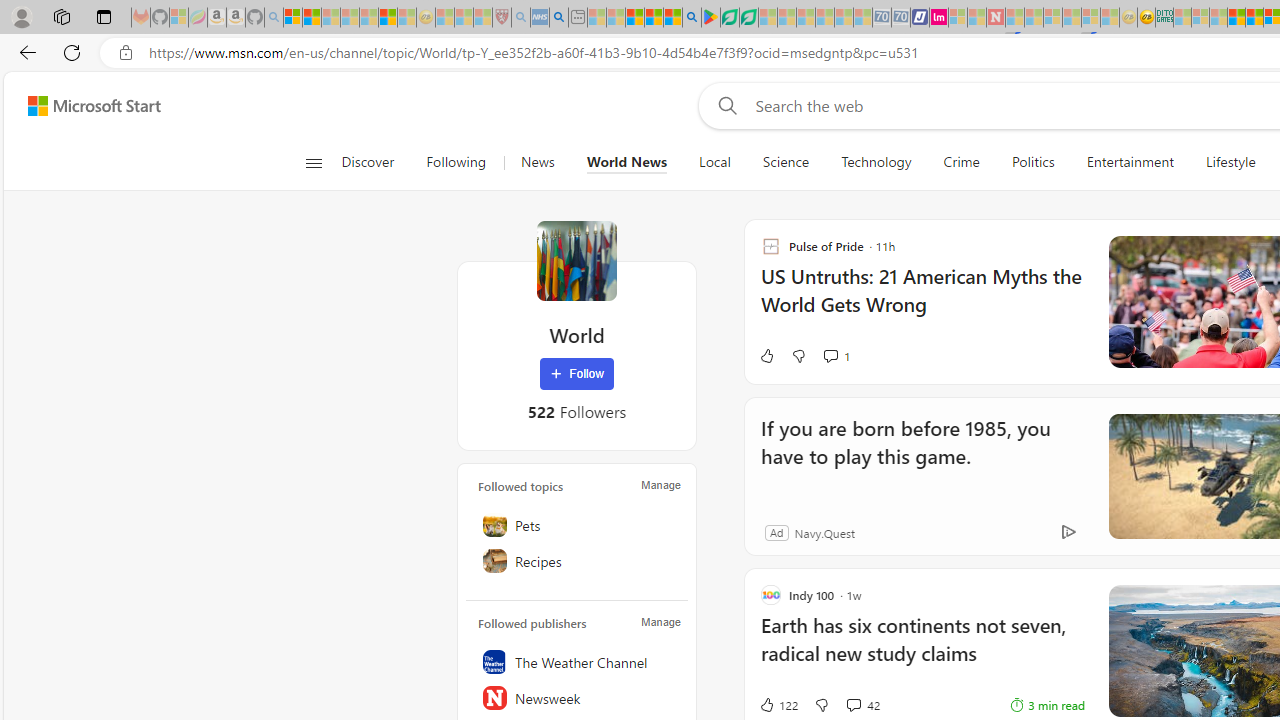 This screenshot has width=1280, height=720. Describe the element at coordinates (862, 703) in the screenshot. I see `'View comments 42 Comment'` at that location.